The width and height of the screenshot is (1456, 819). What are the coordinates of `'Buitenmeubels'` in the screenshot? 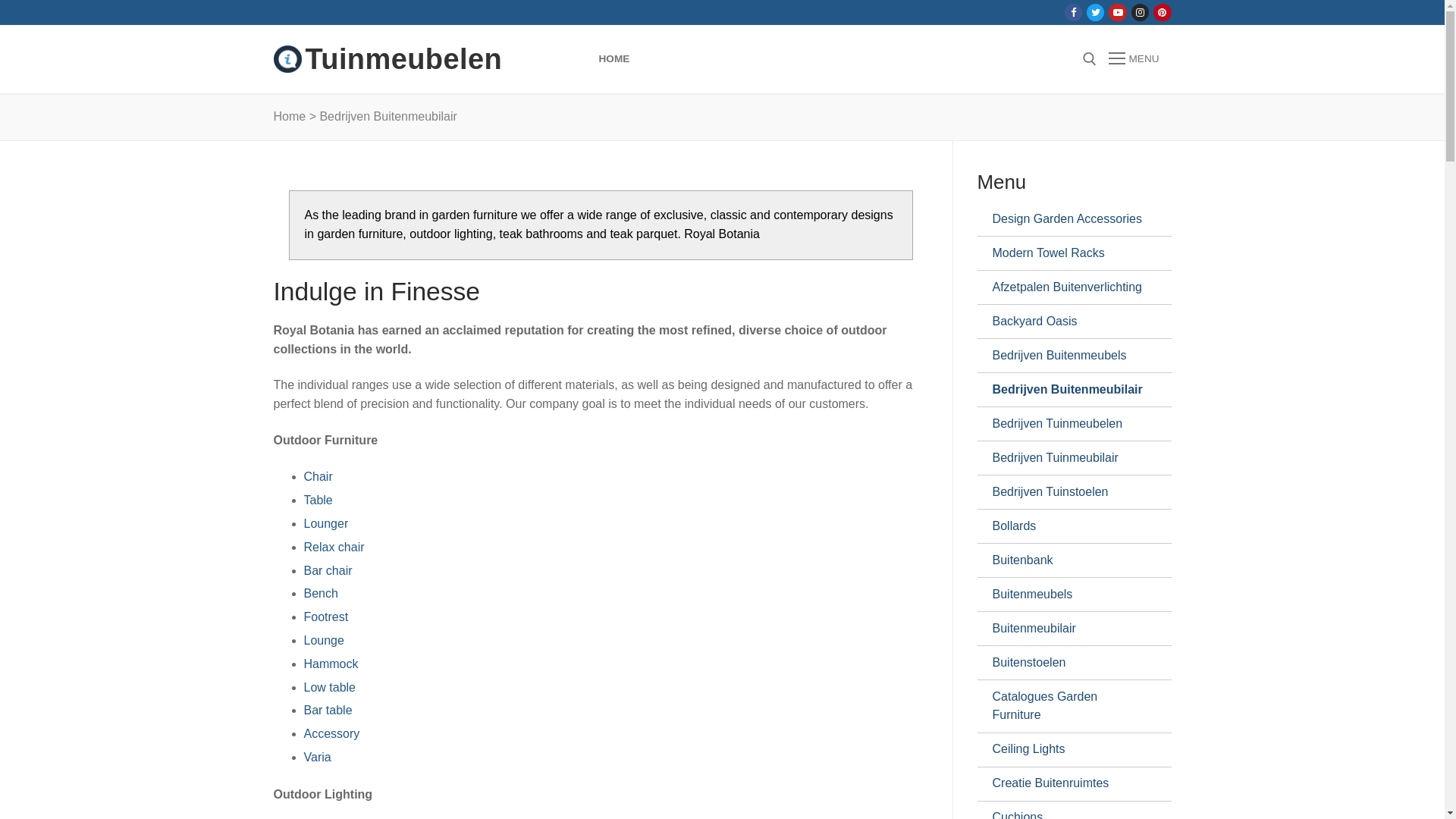 It's located at (1066, 593).